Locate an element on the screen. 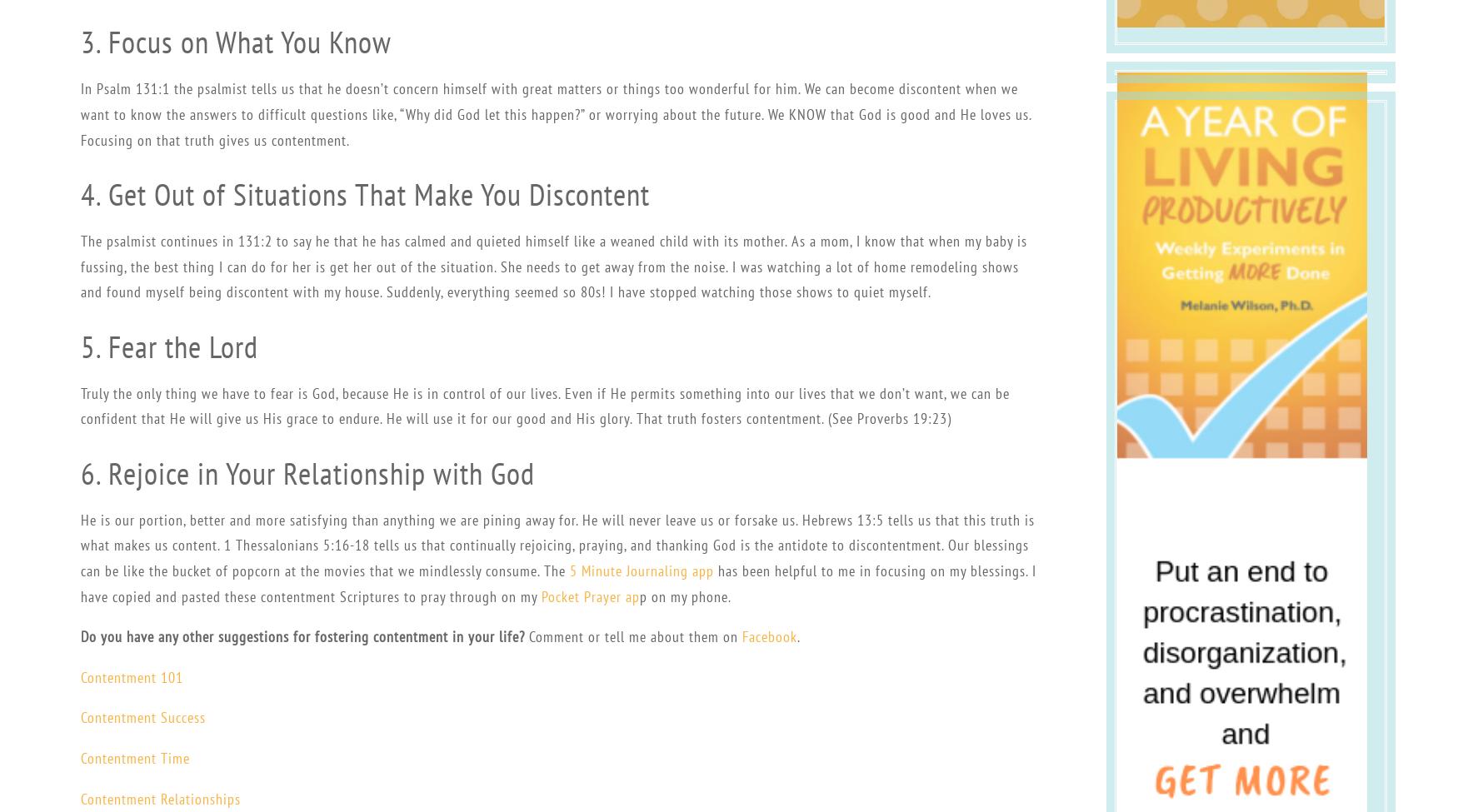 The image size is (1468, 812). '6. Rejoice in Your Relationship with God' is located at coordinates (80, 471).